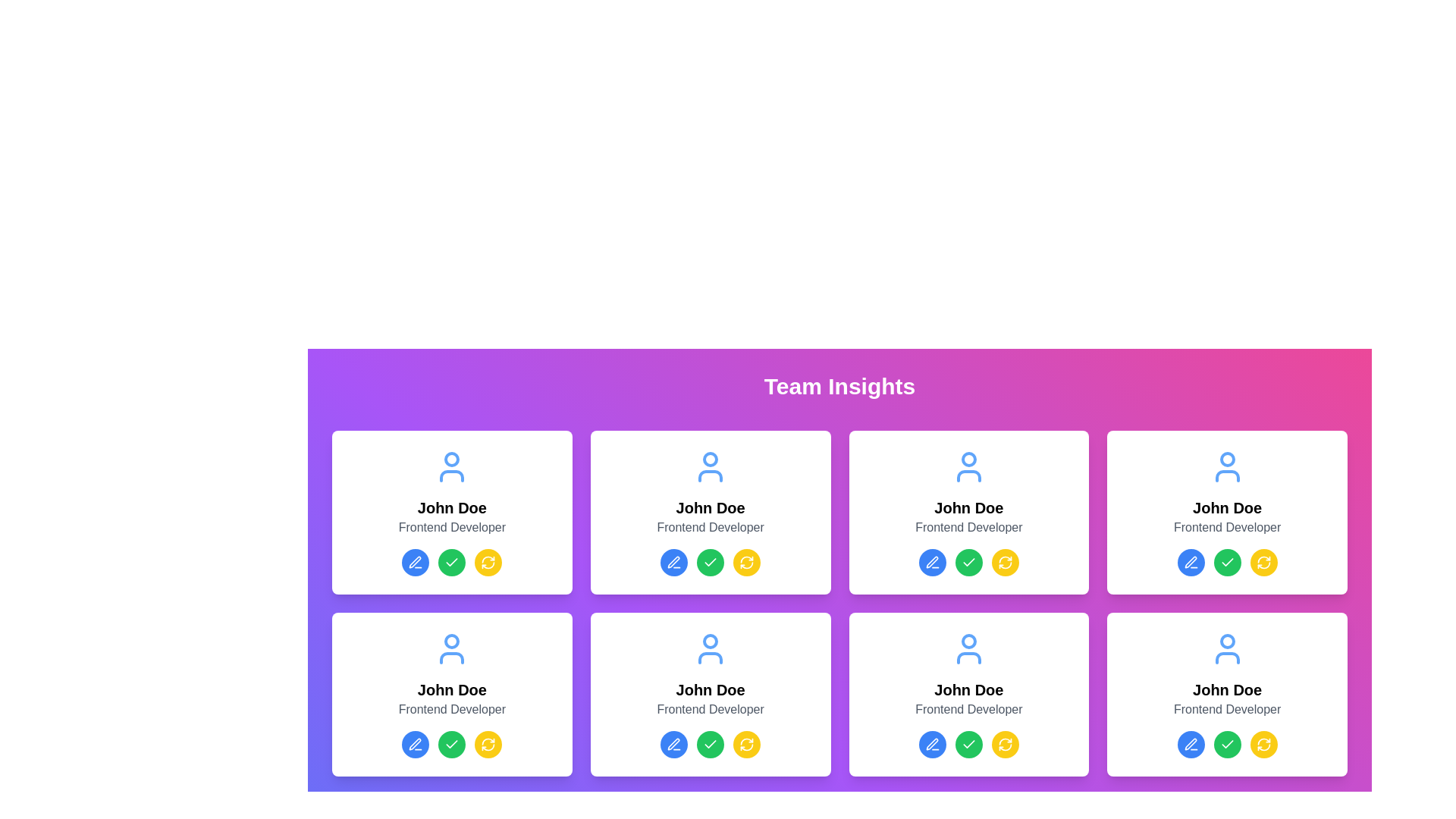 This screenshot has width=1456, height=819. I want to click on the confirmation button located at the bottom of the white card displaying user information for 'John Doe', the Frontend Developer, so click(1227, 744).